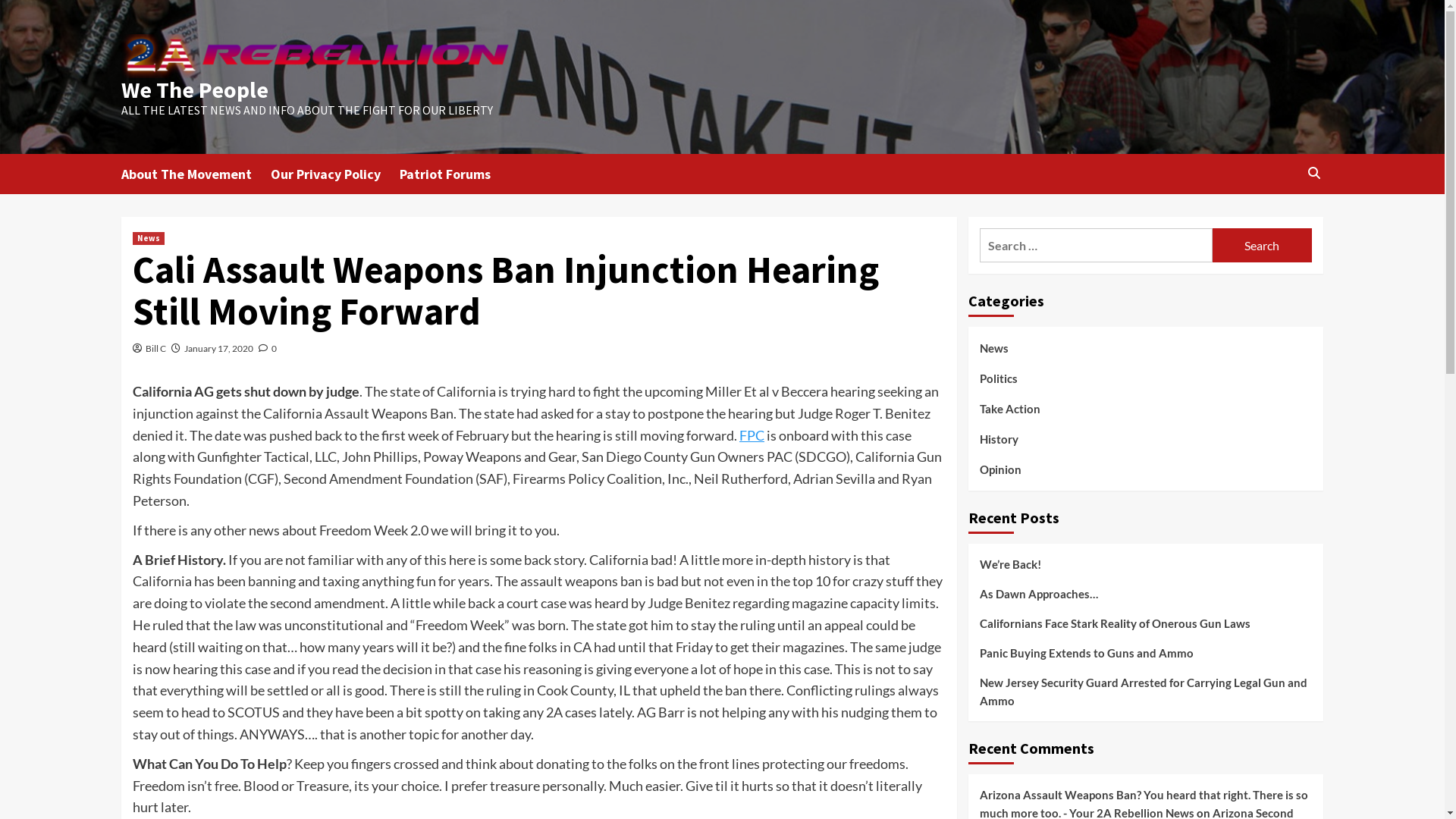 The height and width of the screenshot is (819, 1456). Describe the element at coordinates (155, 348) in the screenshot. I see `'Bill C'` at that location.